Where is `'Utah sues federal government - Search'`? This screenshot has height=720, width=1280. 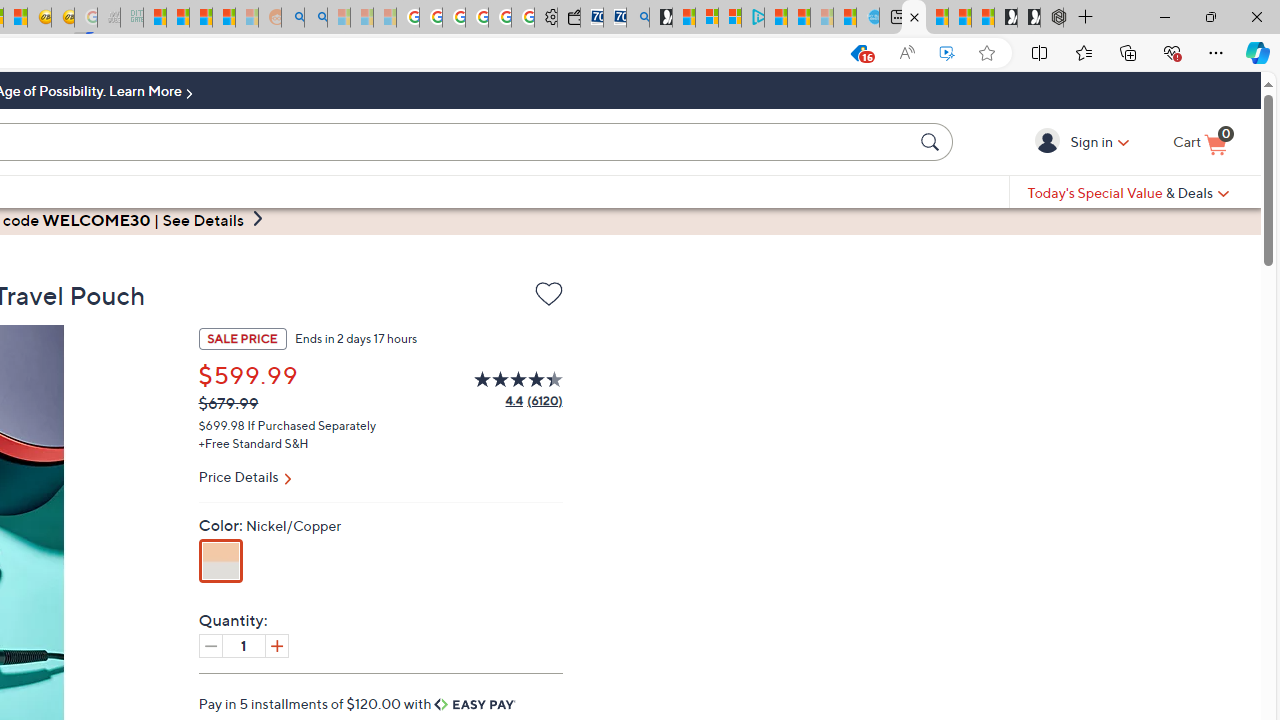
'Utah sues federal government - Search' is located at coordinates (314, 17).